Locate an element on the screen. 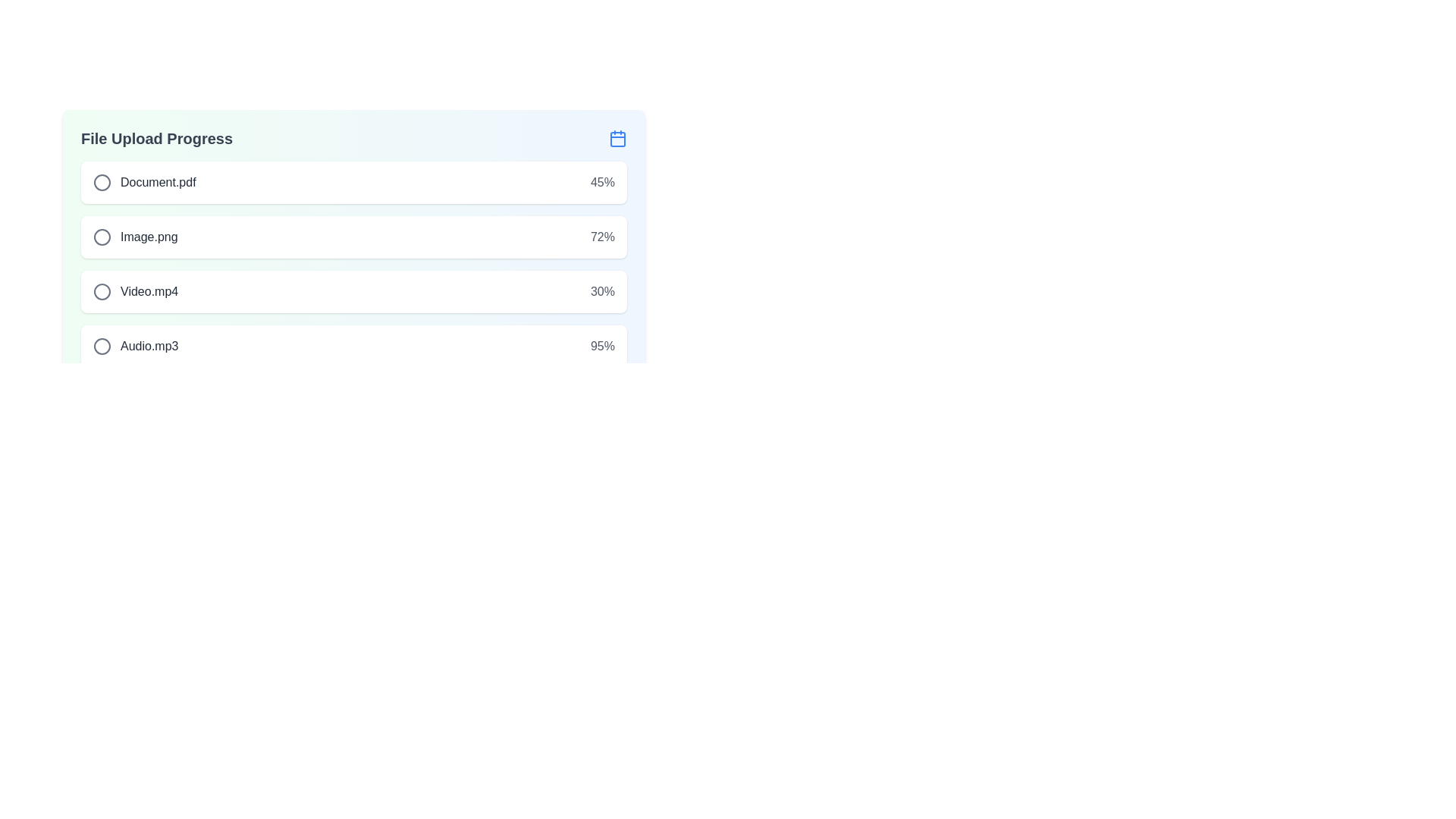 This screenshot has width=1456, height=819. the rounded rectangle element within the blue SVG calendar icon located in the top-right corner of the interface is located at coordinates (618, 140).